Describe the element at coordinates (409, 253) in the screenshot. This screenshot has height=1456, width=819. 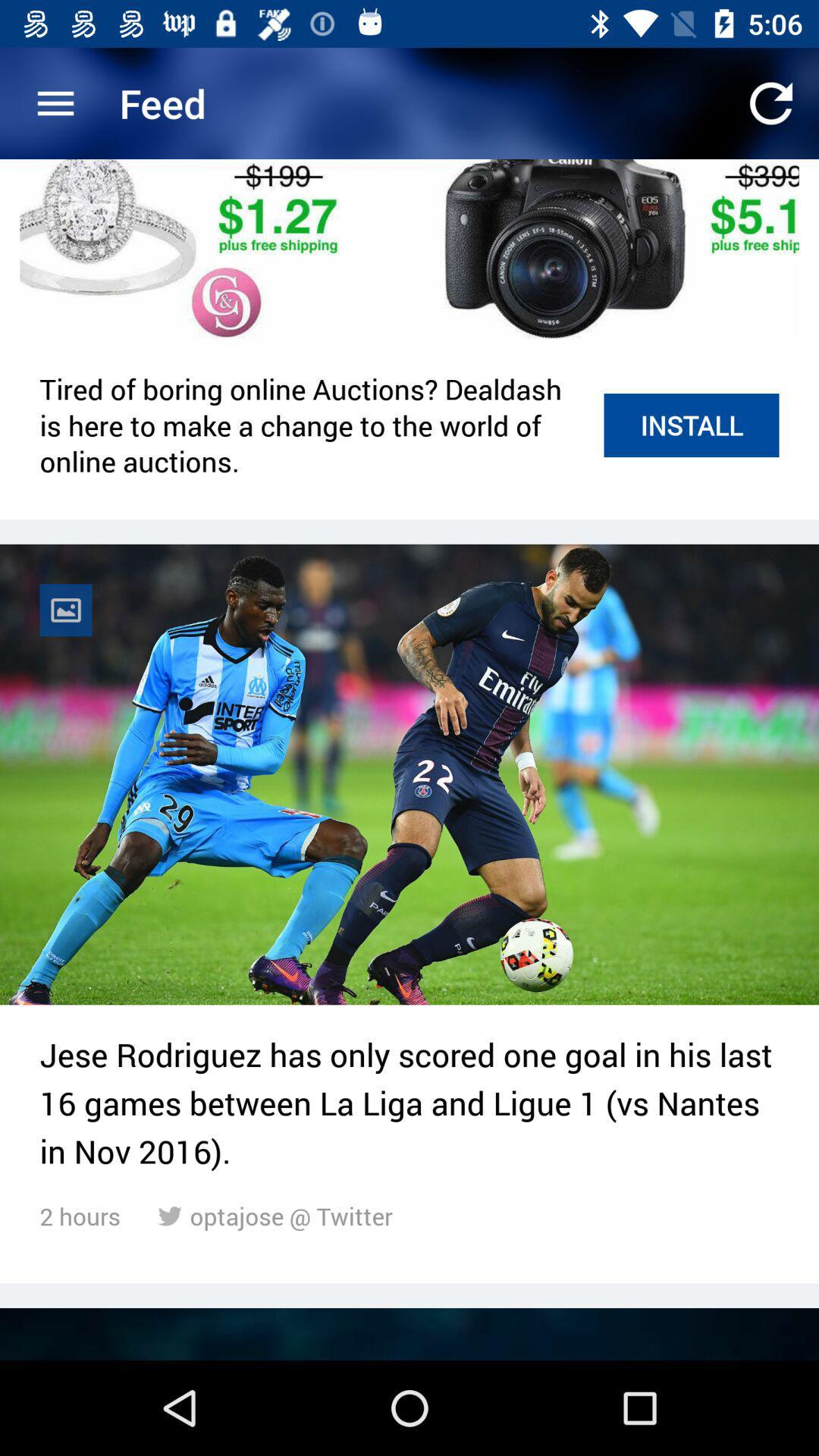
I see `the item above tired of boring item` at that location.